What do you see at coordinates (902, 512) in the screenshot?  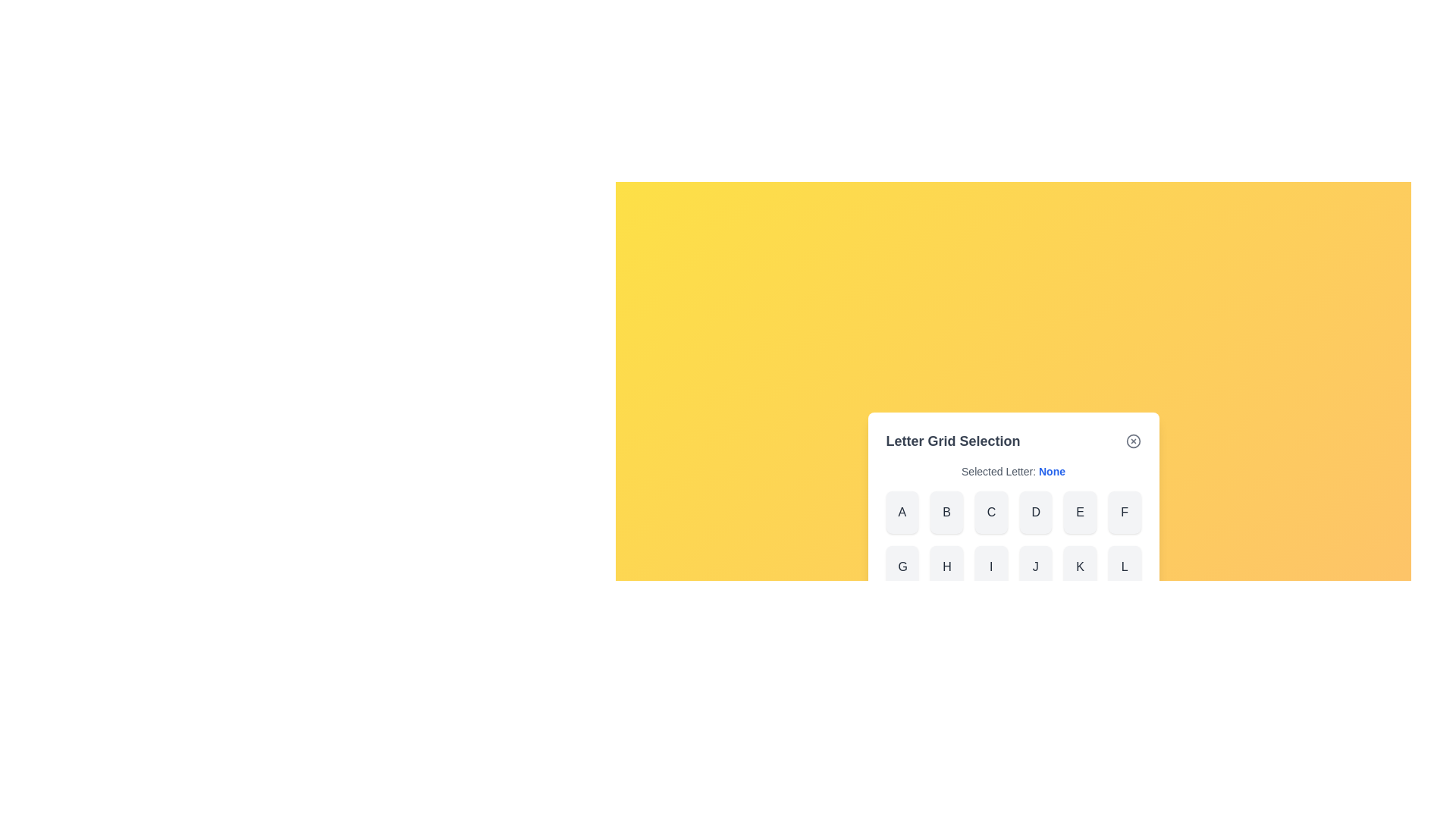 I see `the letter A from the grid` at bounding box center [902, 512].